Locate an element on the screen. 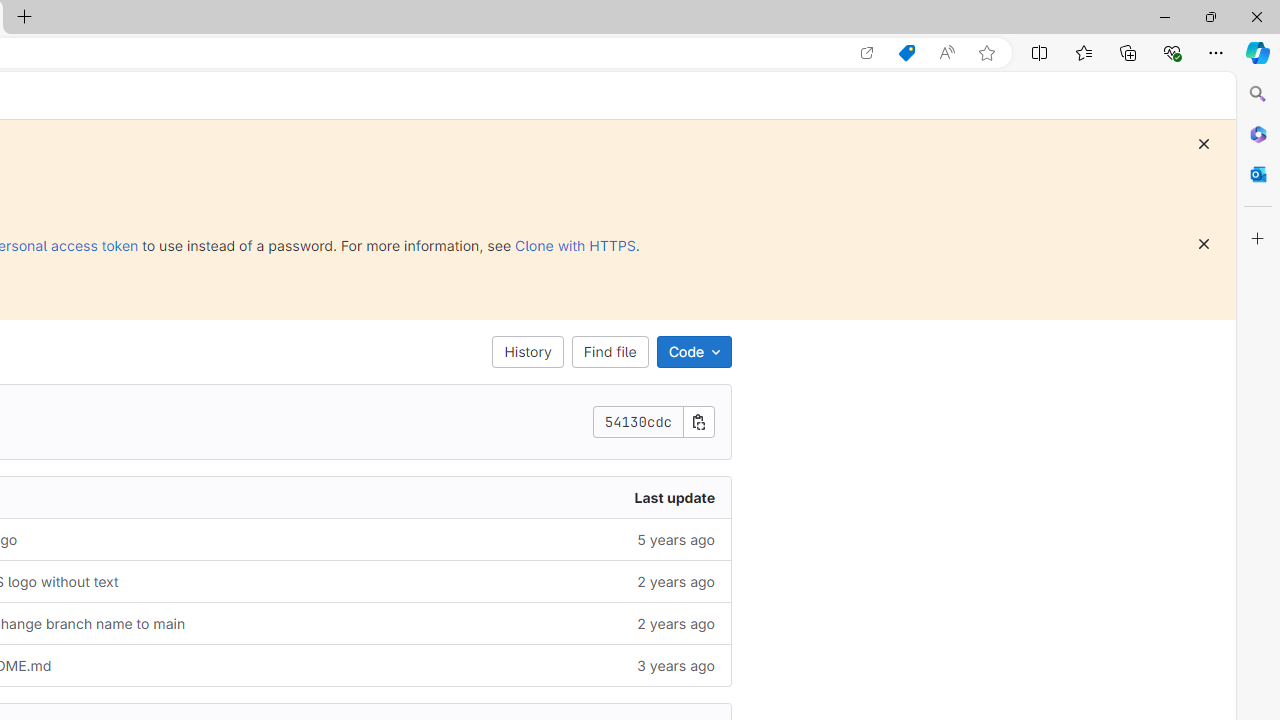 The image size is (1280, 720). 'Clone with HTTPS' is located at coordinates (574, 244).